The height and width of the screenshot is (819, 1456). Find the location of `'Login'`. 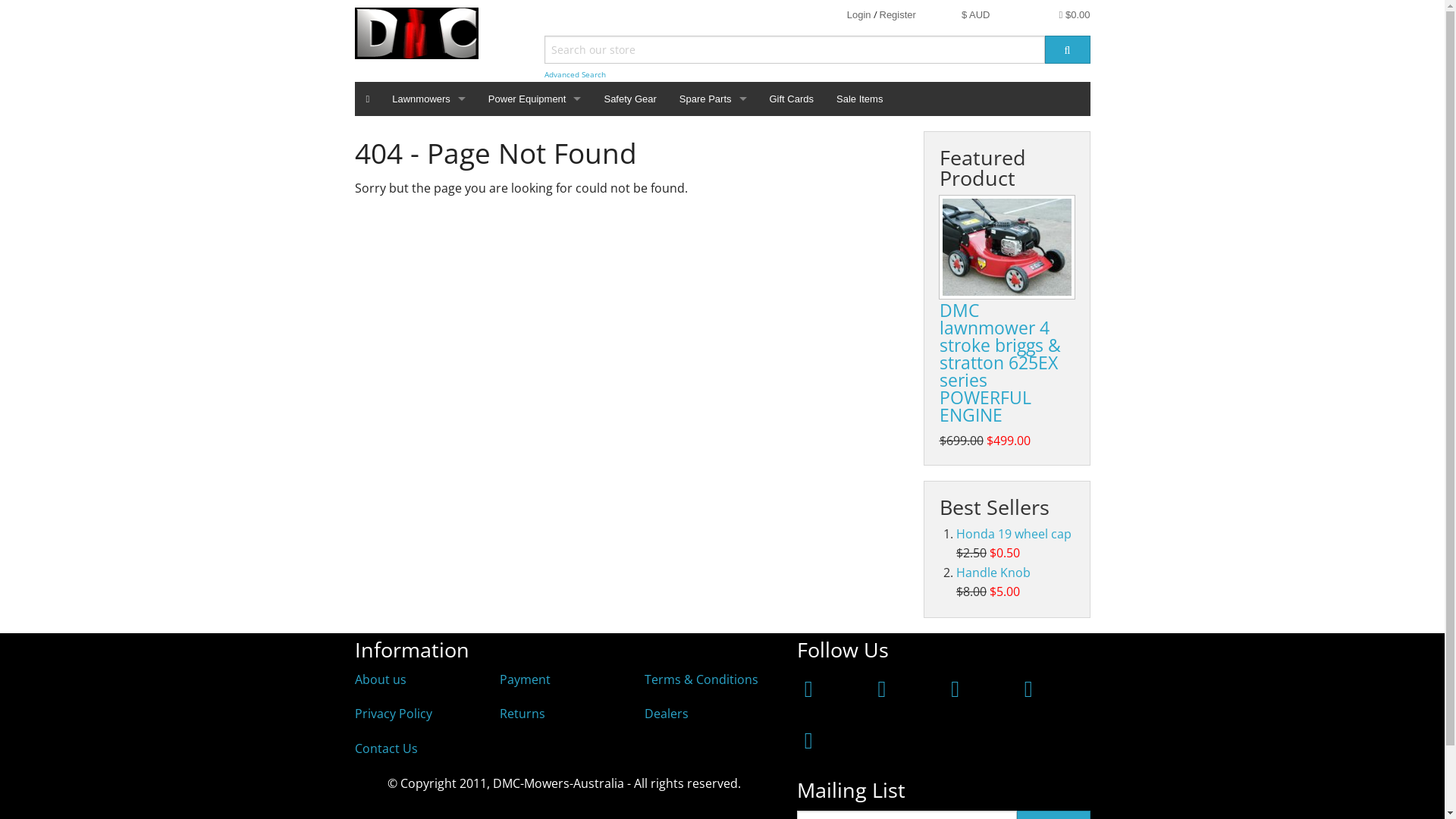

'Login' is located at coordinates (858, 14).